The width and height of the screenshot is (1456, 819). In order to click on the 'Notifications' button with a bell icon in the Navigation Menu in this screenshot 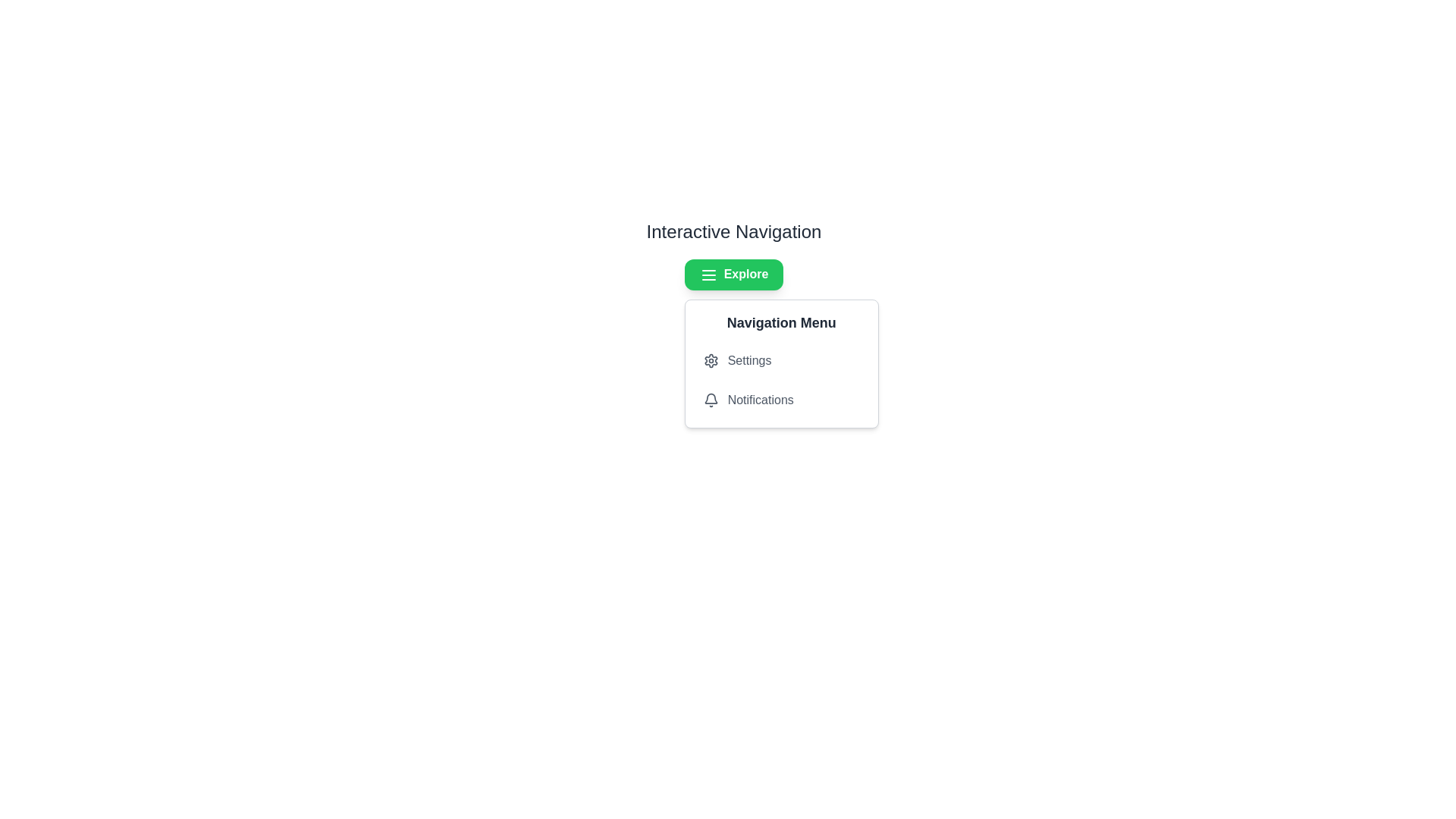, I will do `click(781, 399)`.